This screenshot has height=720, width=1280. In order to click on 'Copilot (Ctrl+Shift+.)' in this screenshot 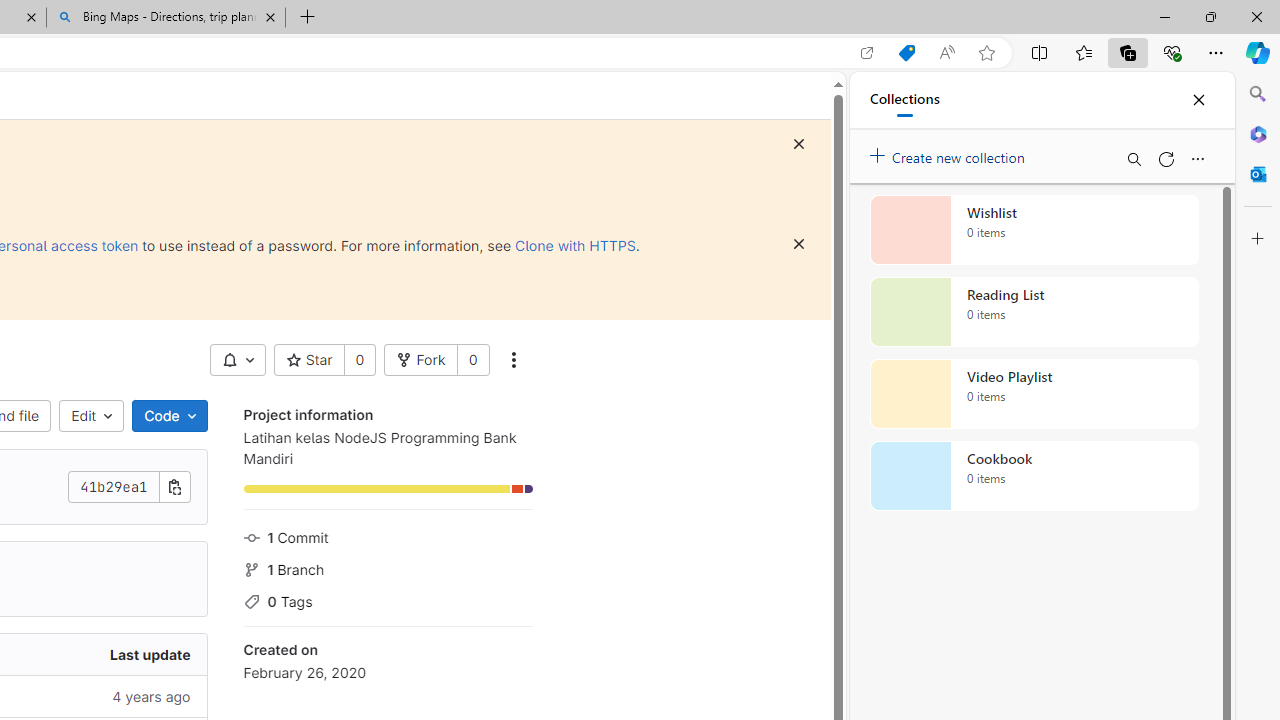, I will do `click(1257, 51)`.